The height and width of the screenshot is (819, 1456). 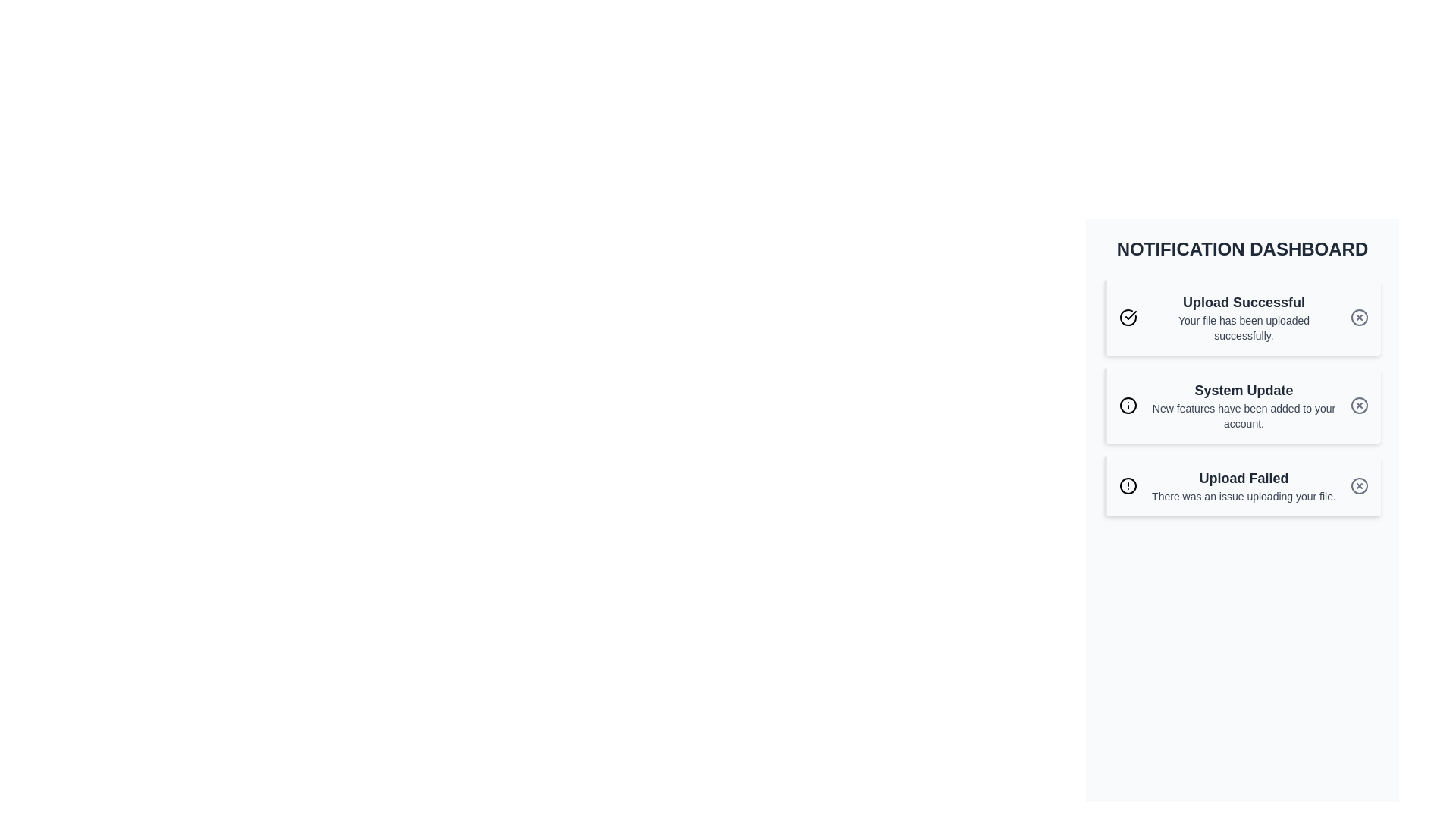 What do you see at coordinates (1244, 497) in the screenshot?
I see `the explanatory message text element located below the 'Upload Failed' heading in the notification panel` at bounding box center [1244, 497].